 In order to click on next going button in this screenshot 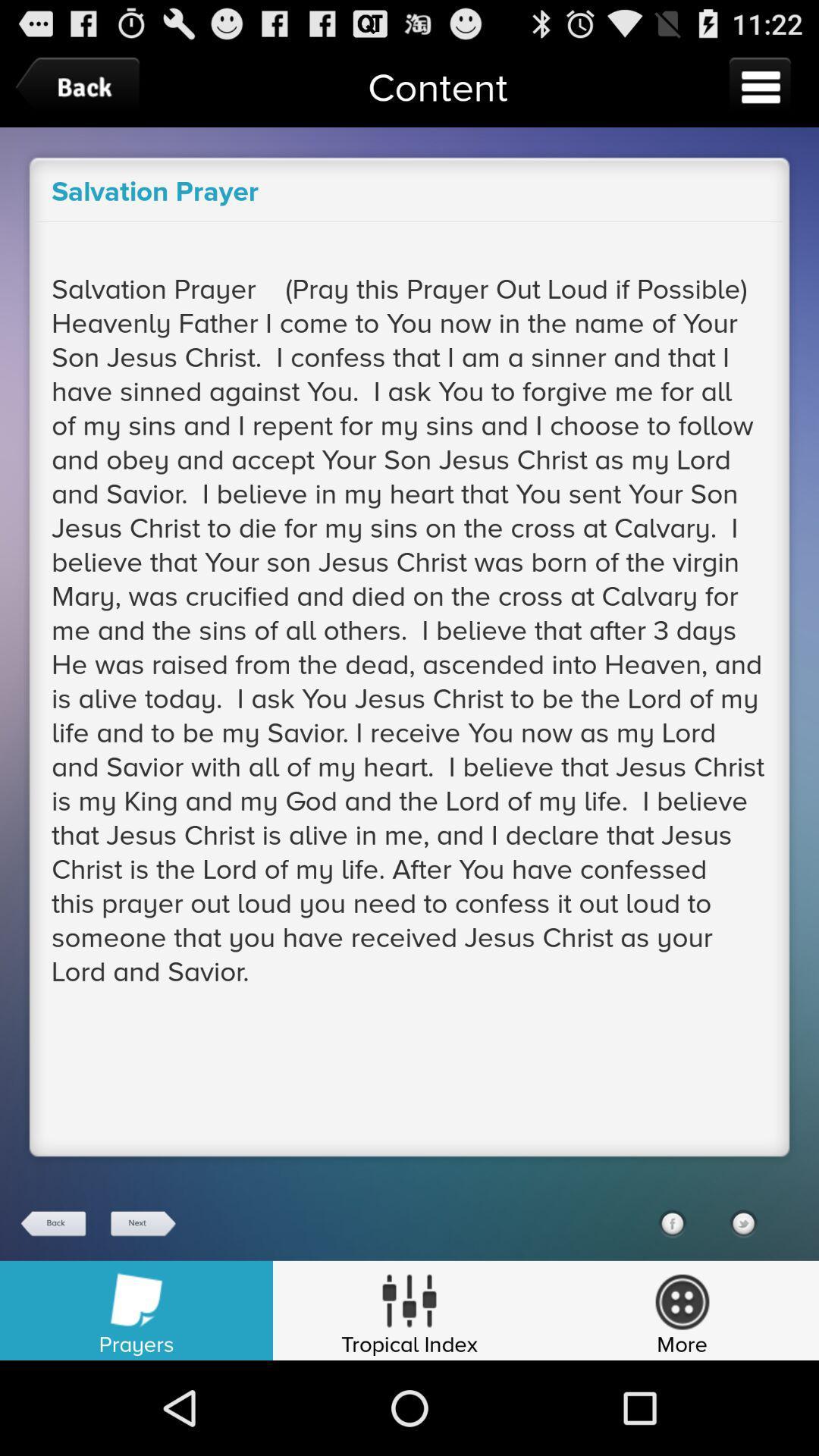, I will do `click(142, 1223)`.